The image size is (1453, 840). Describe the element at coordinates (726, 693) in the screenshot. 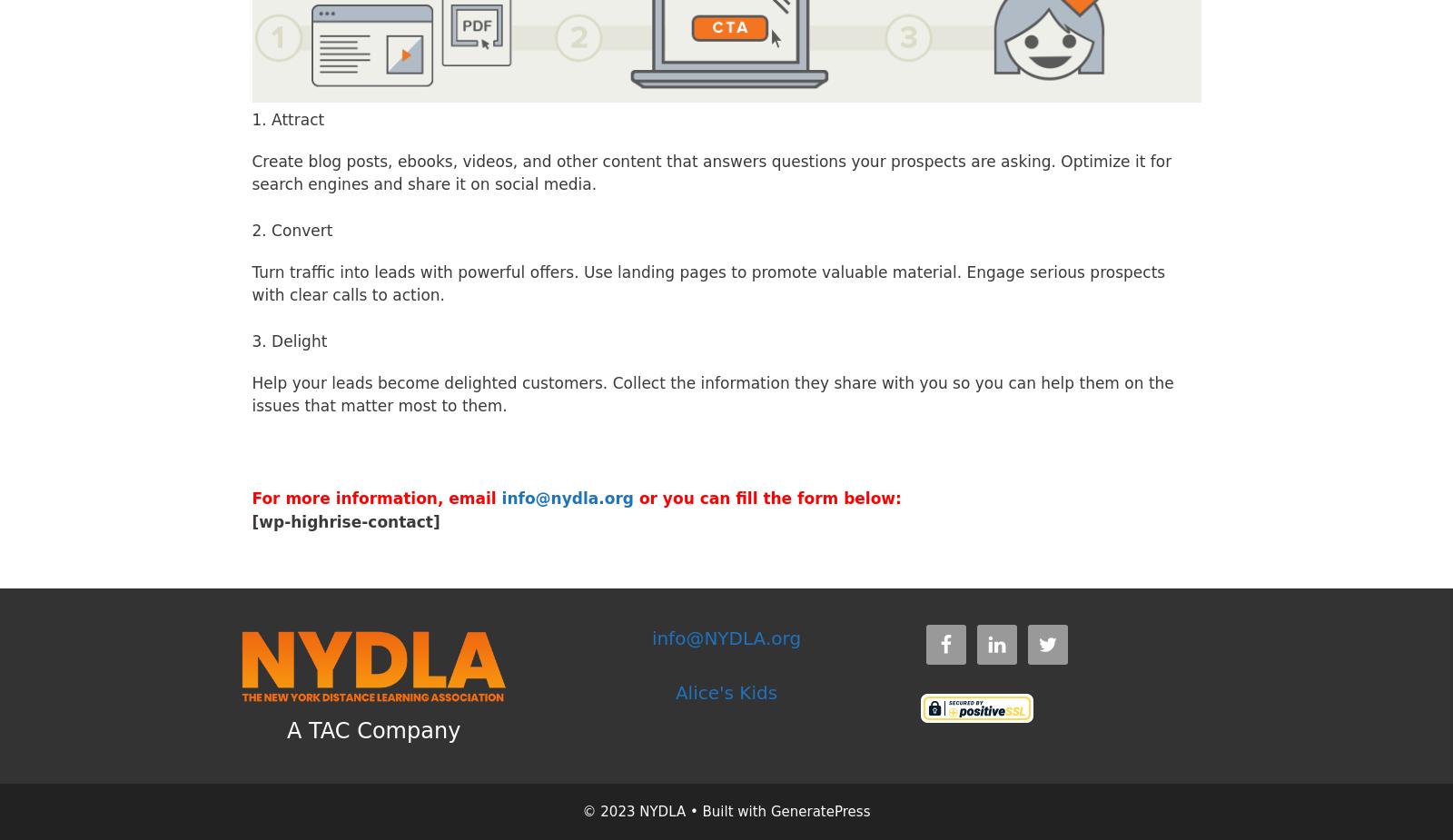

I see `'Alice's Kids'` at that location.